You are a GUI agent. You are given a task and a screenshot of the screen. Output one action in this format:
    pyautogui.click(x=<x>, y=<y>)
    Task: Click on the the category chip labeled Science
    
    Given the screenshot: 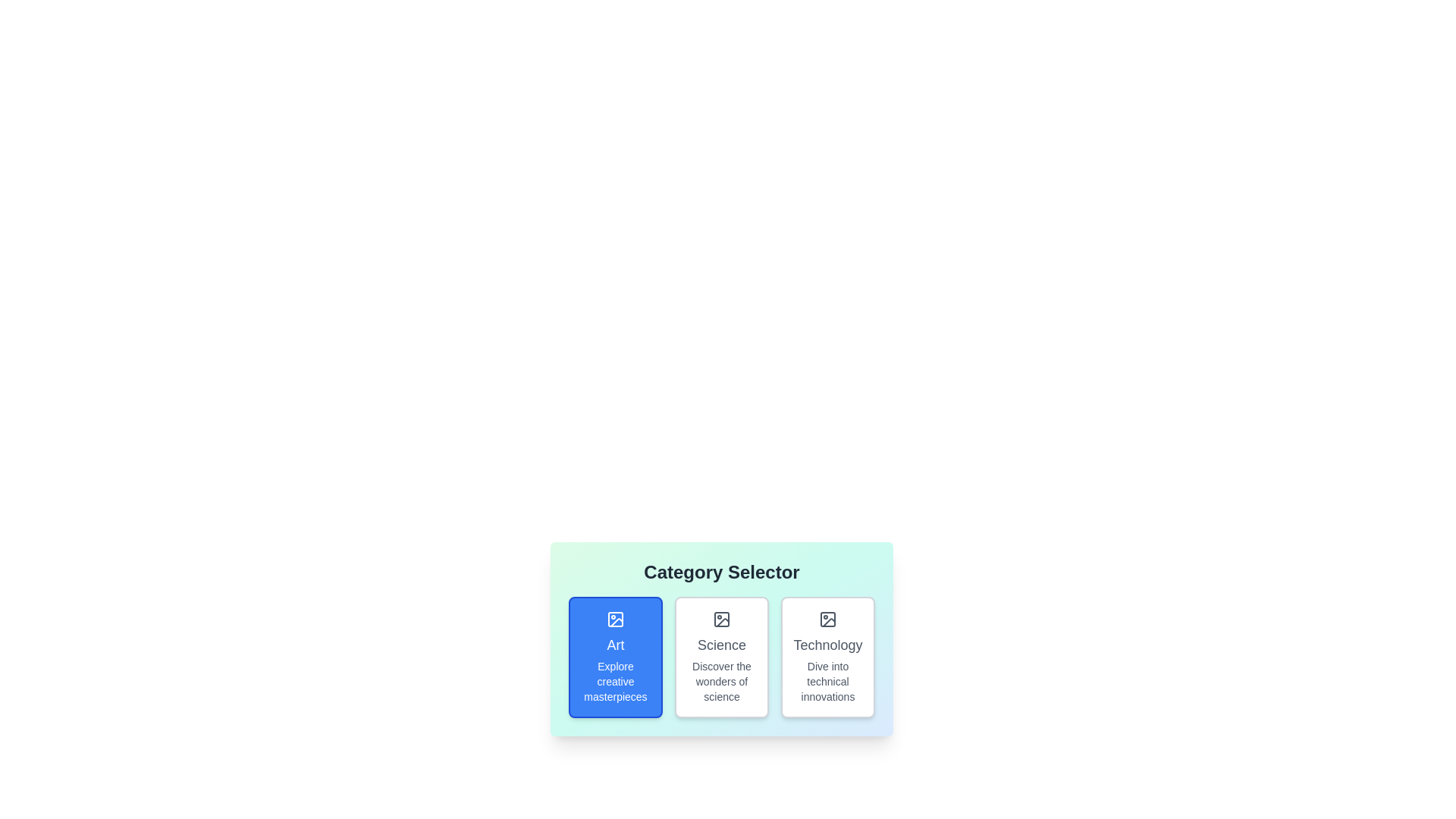 What is the action you would take?
    pyautogui.click(x=720, y=657)
    